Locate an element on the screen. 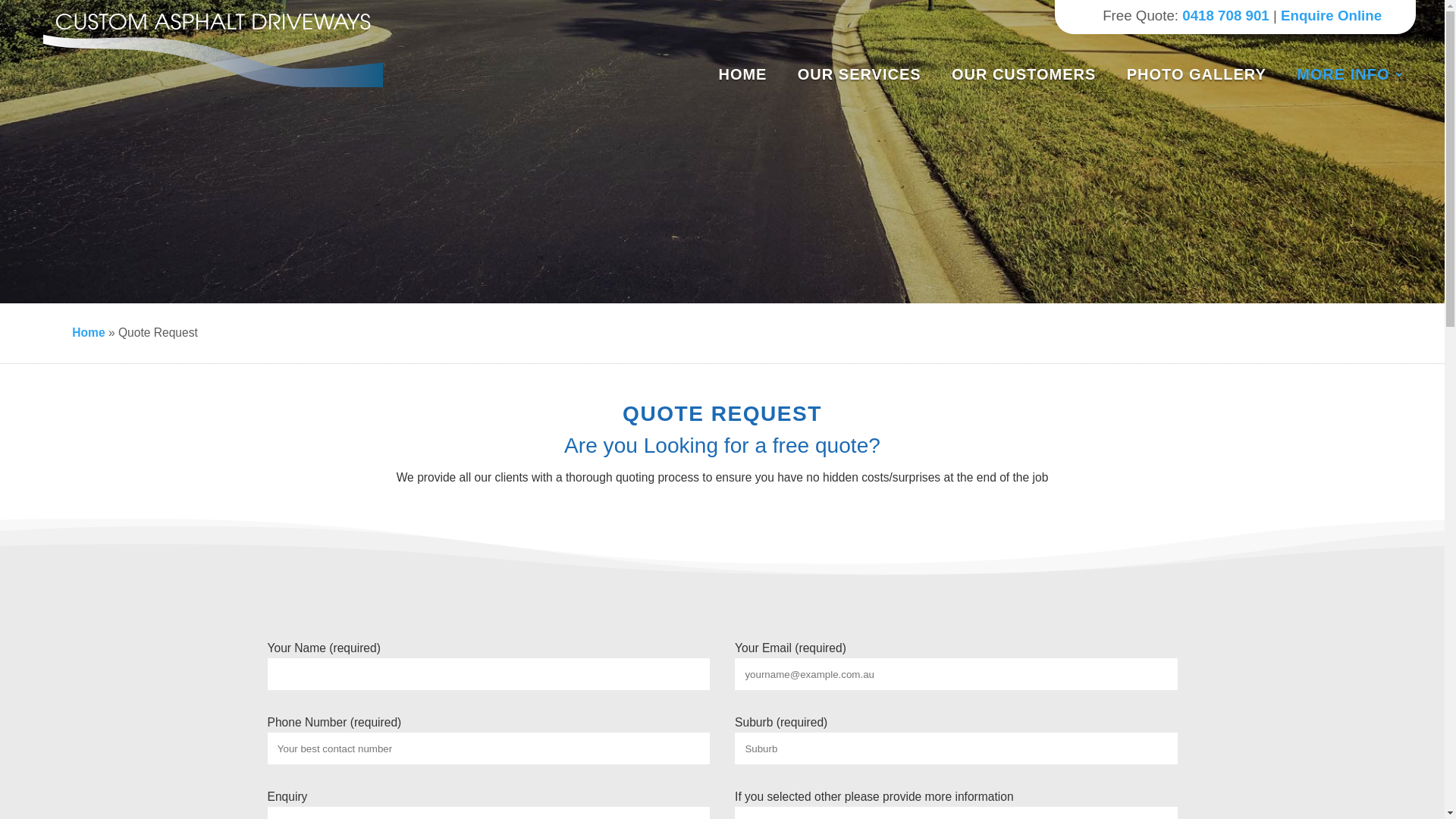  'HOME' is located at coordinates (748, 74).